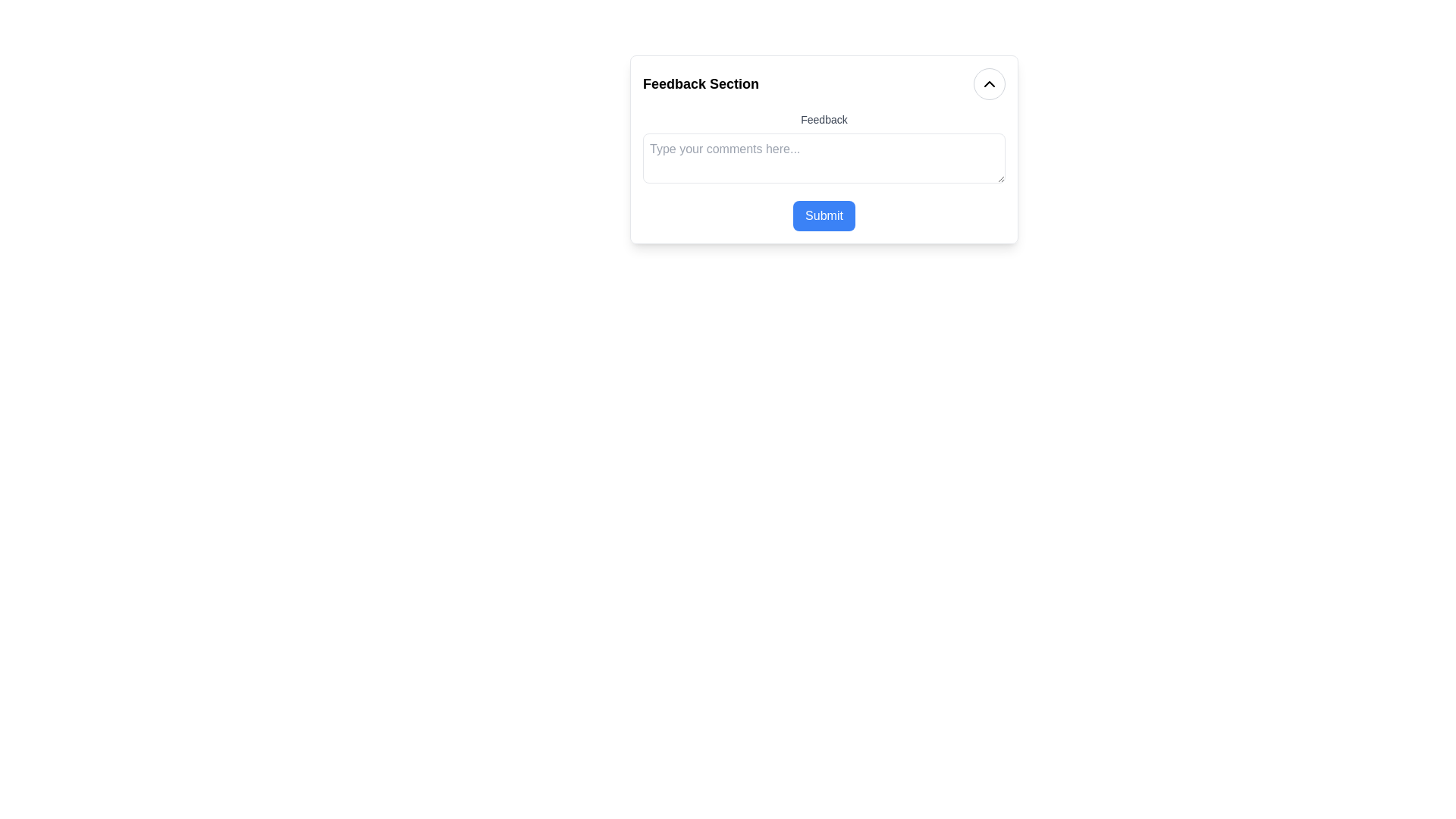 The image size is (1456, 819). Describe the element at coordinates (990, 84) in the screenshot. I see `the collapsible button located in the top-right corner of the 'Feedback Section'` at that location.